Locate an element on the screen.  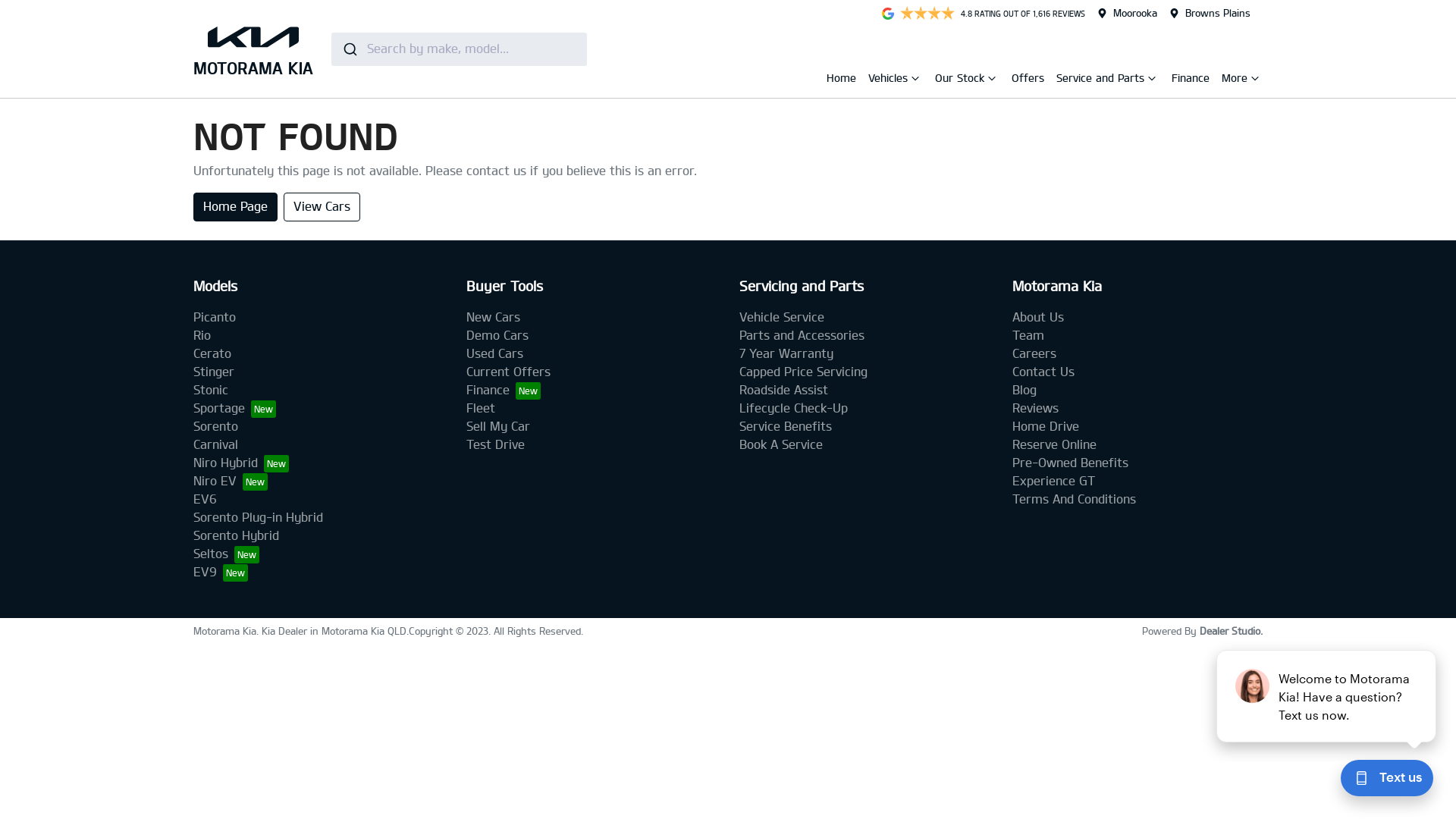
'Niro Hybrid' is located at coordinates (192, 462).